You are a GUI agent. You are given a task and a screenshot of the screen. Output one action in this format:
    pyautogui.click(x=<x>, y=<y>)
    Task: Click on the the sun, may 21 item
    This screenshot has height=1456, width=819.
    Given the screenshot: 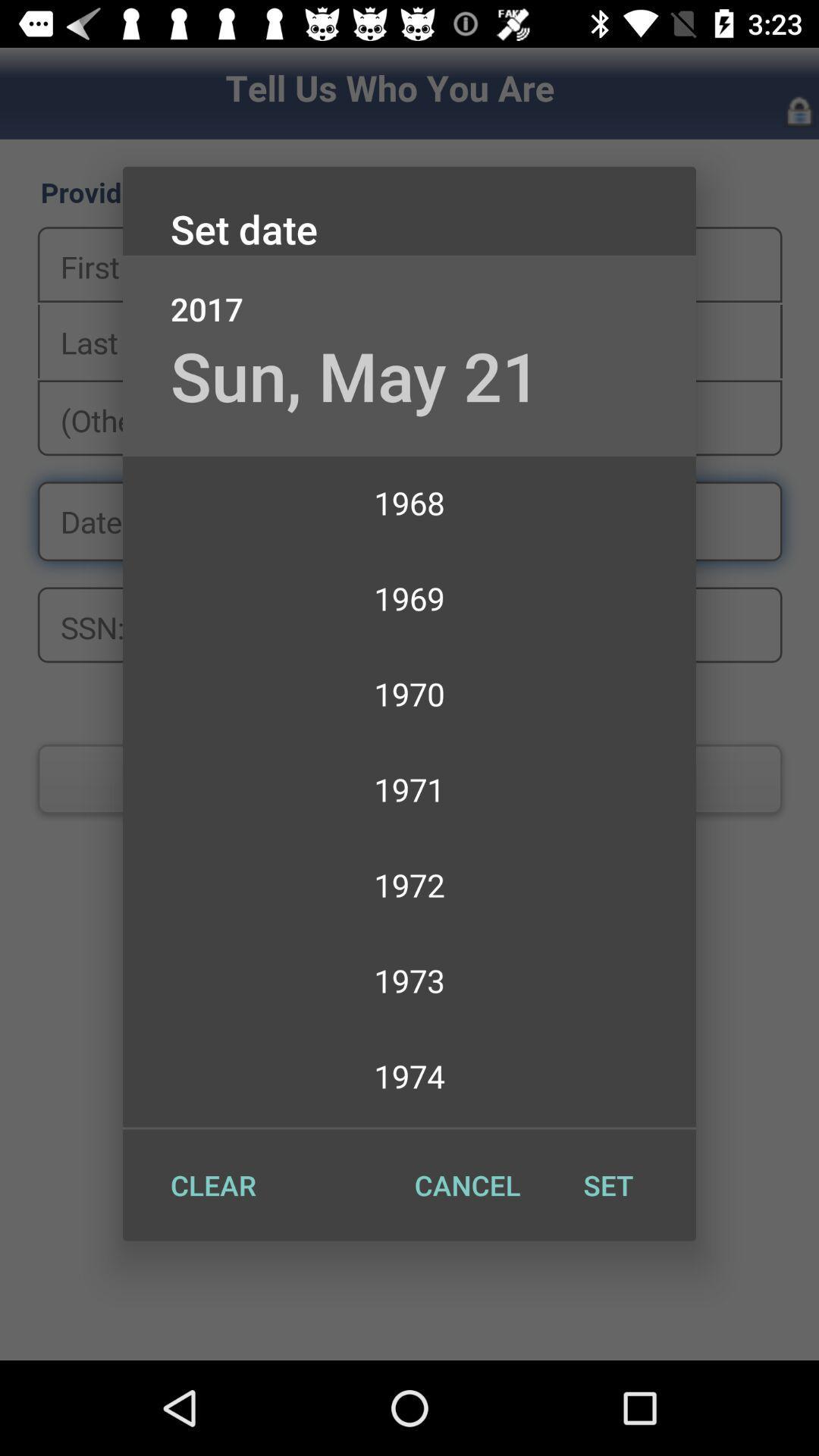 What is the action you would take?
    pyautogui.click(x=356, y=375)
    